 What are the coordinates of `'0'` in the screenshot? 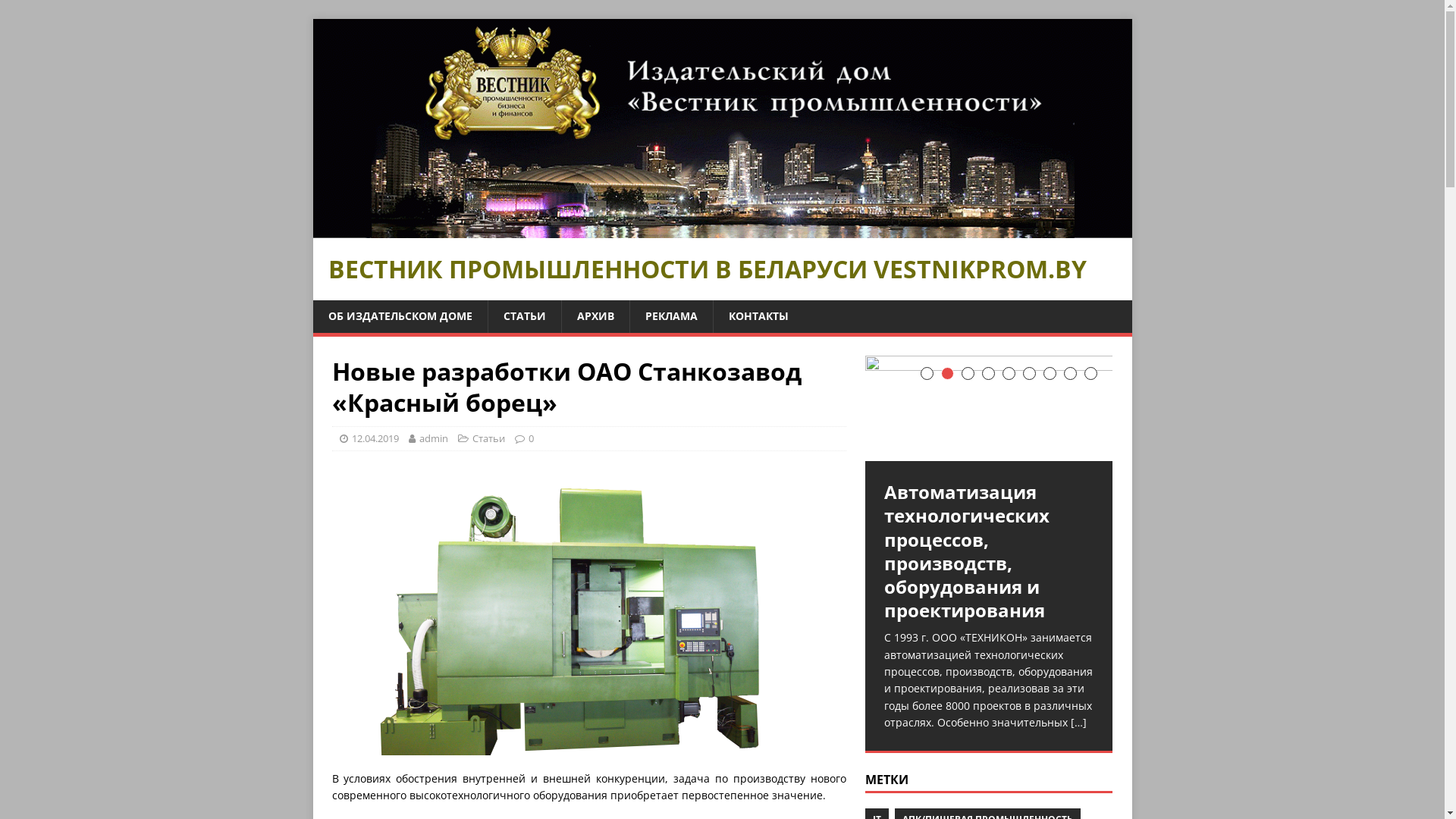 It's located at (530, 438).